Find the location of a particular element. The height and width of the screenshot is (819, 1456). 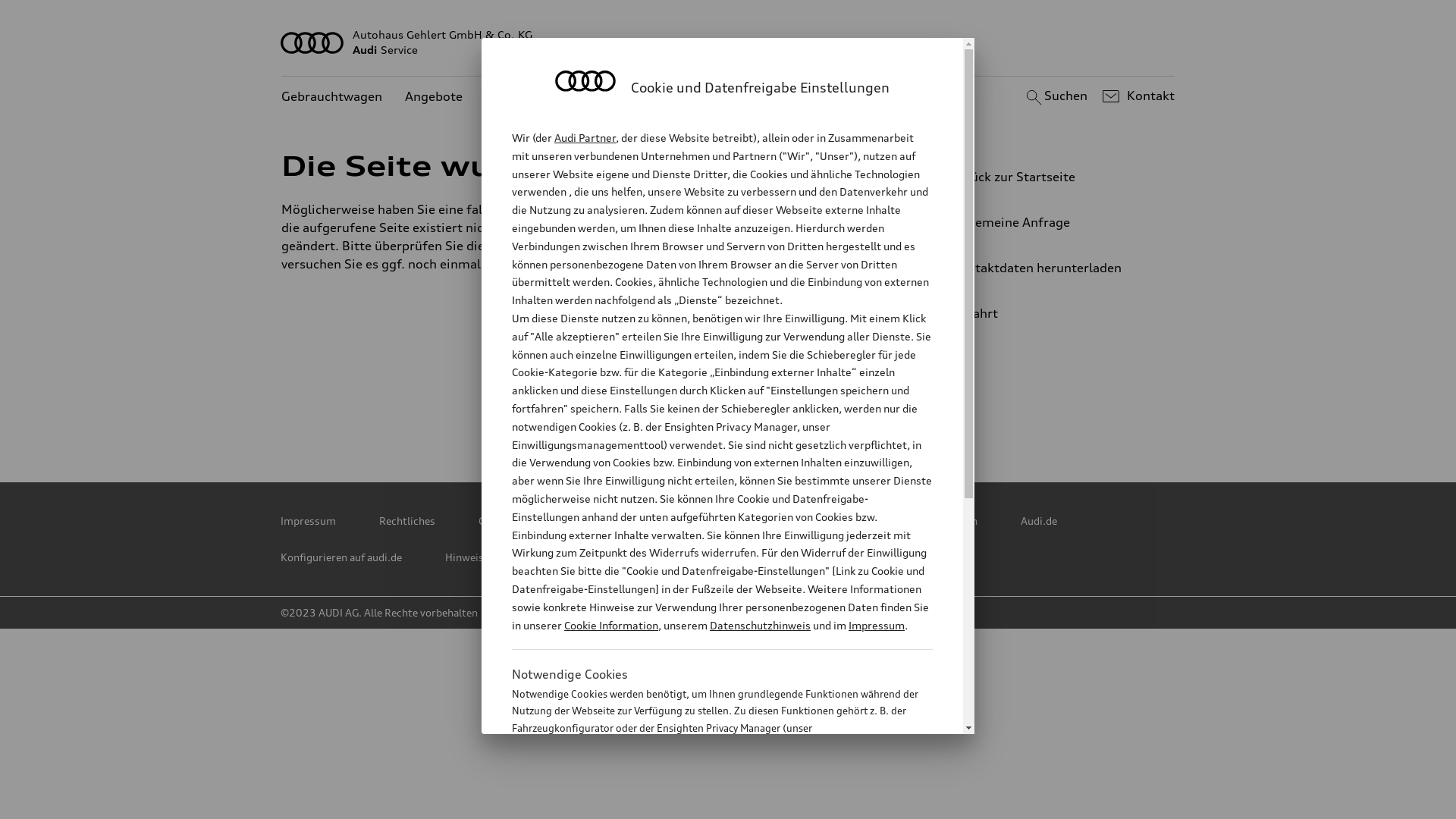

'Audi.de' is located at coordinates (1037, 519).